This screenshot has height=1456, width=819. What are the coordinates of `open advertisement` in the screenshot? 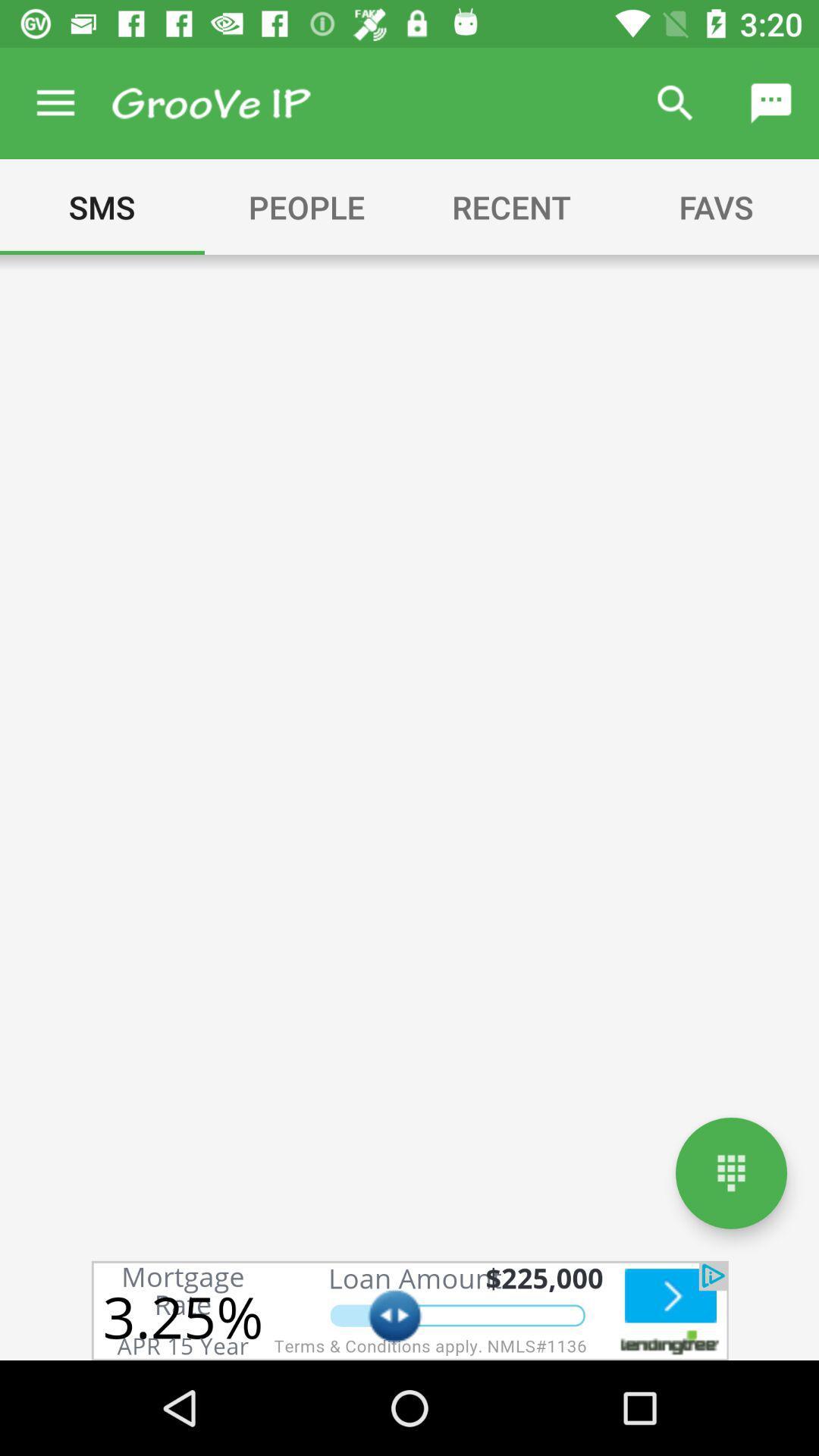 It's located at (409, 1310).